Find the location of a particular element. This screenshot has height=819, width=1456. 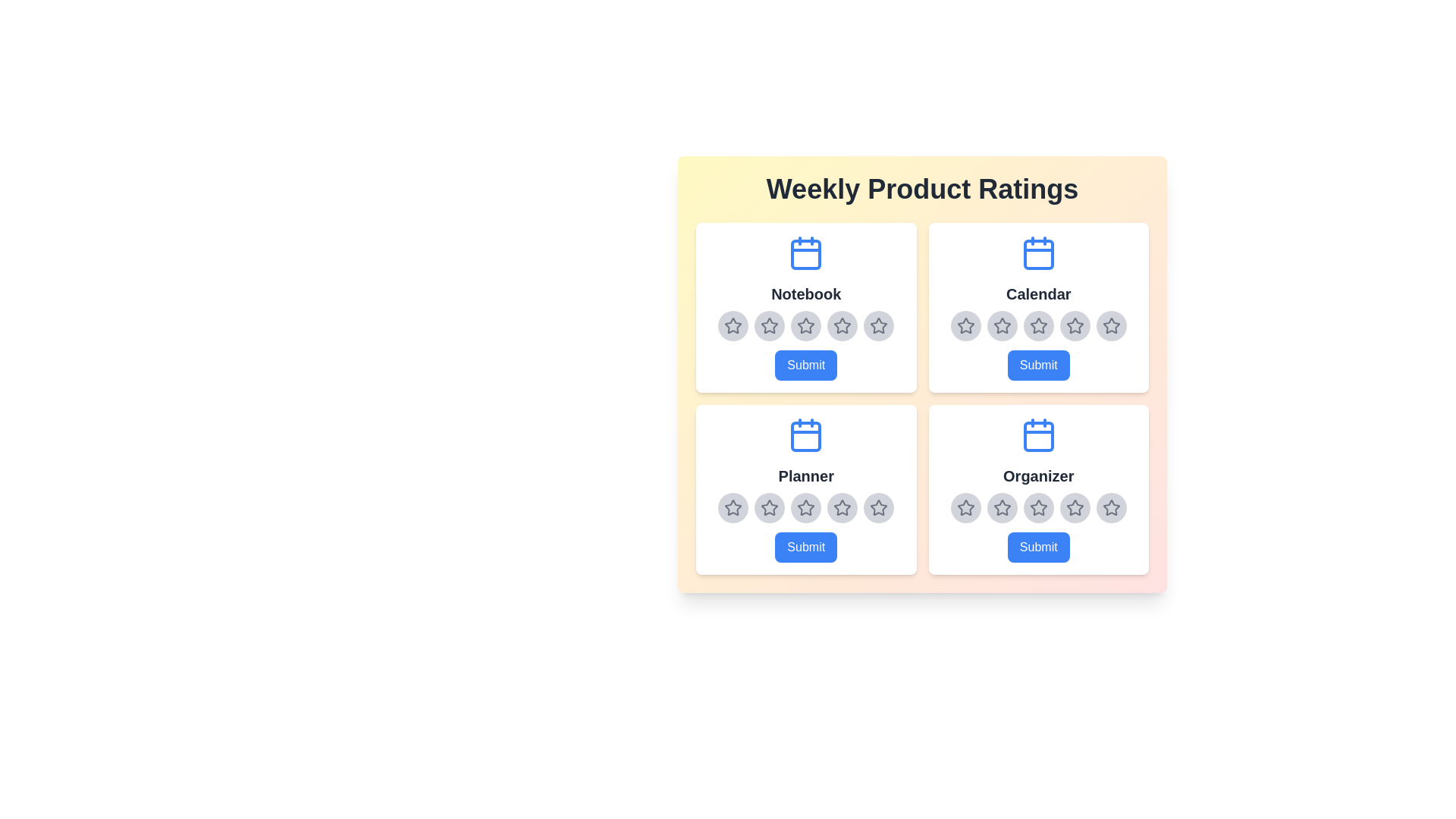

submit button for the product Planner is located at coordinates (805, 547).